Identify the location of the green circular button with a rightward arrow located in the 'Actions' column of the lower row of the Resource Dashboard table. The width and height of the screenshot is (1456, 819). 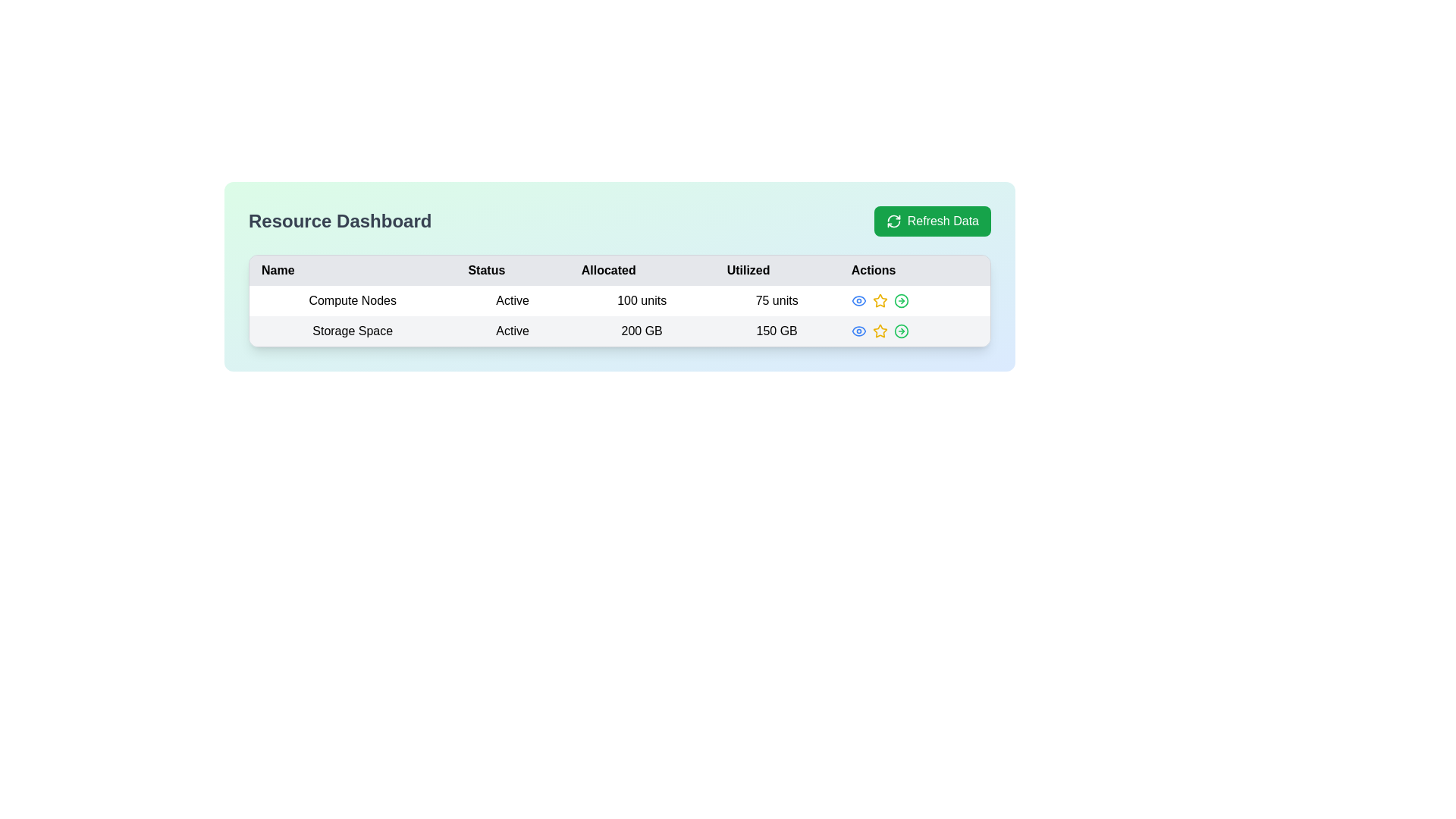
(901, 330).